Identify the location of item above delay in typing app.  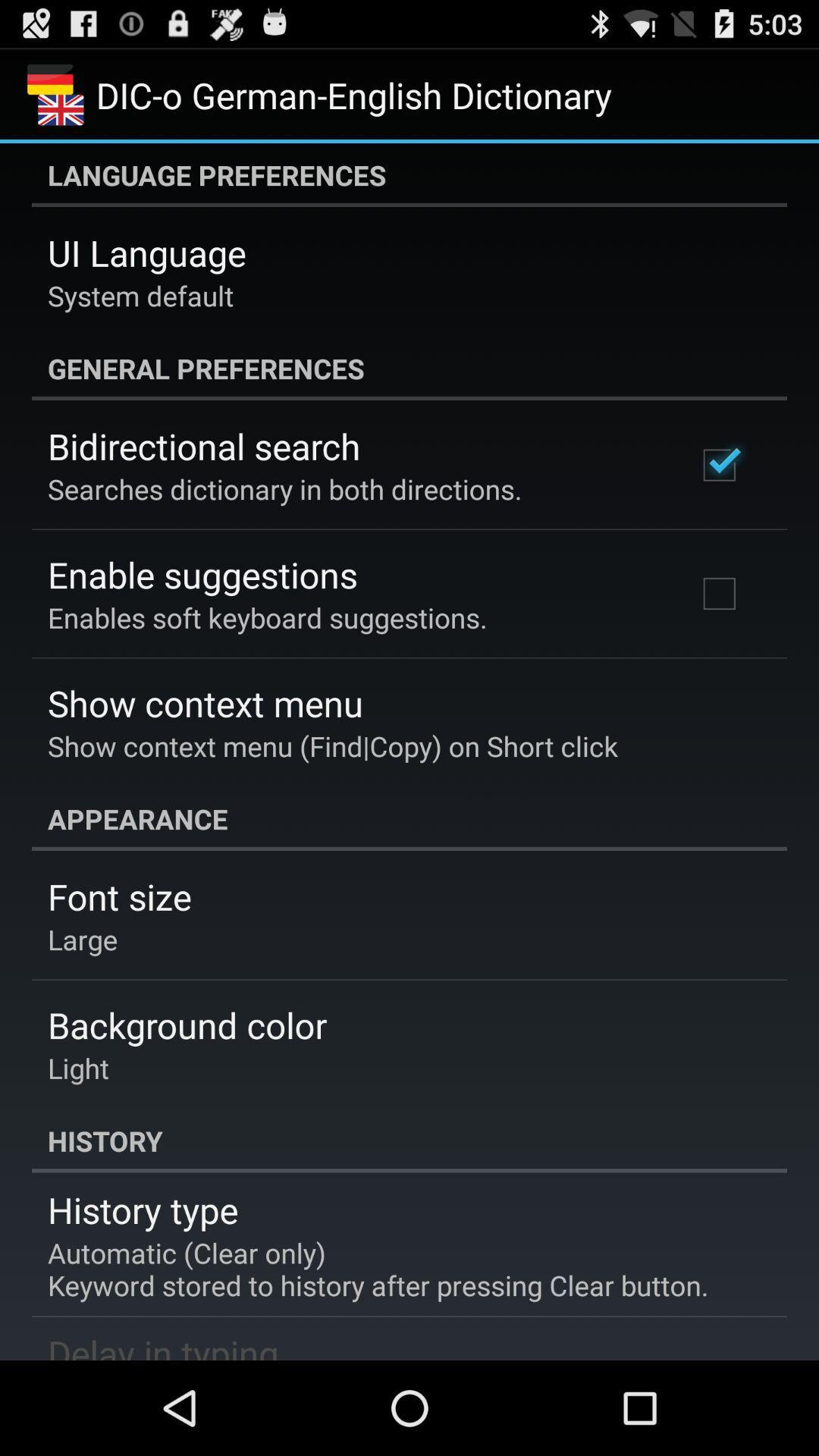
(377, 1269).